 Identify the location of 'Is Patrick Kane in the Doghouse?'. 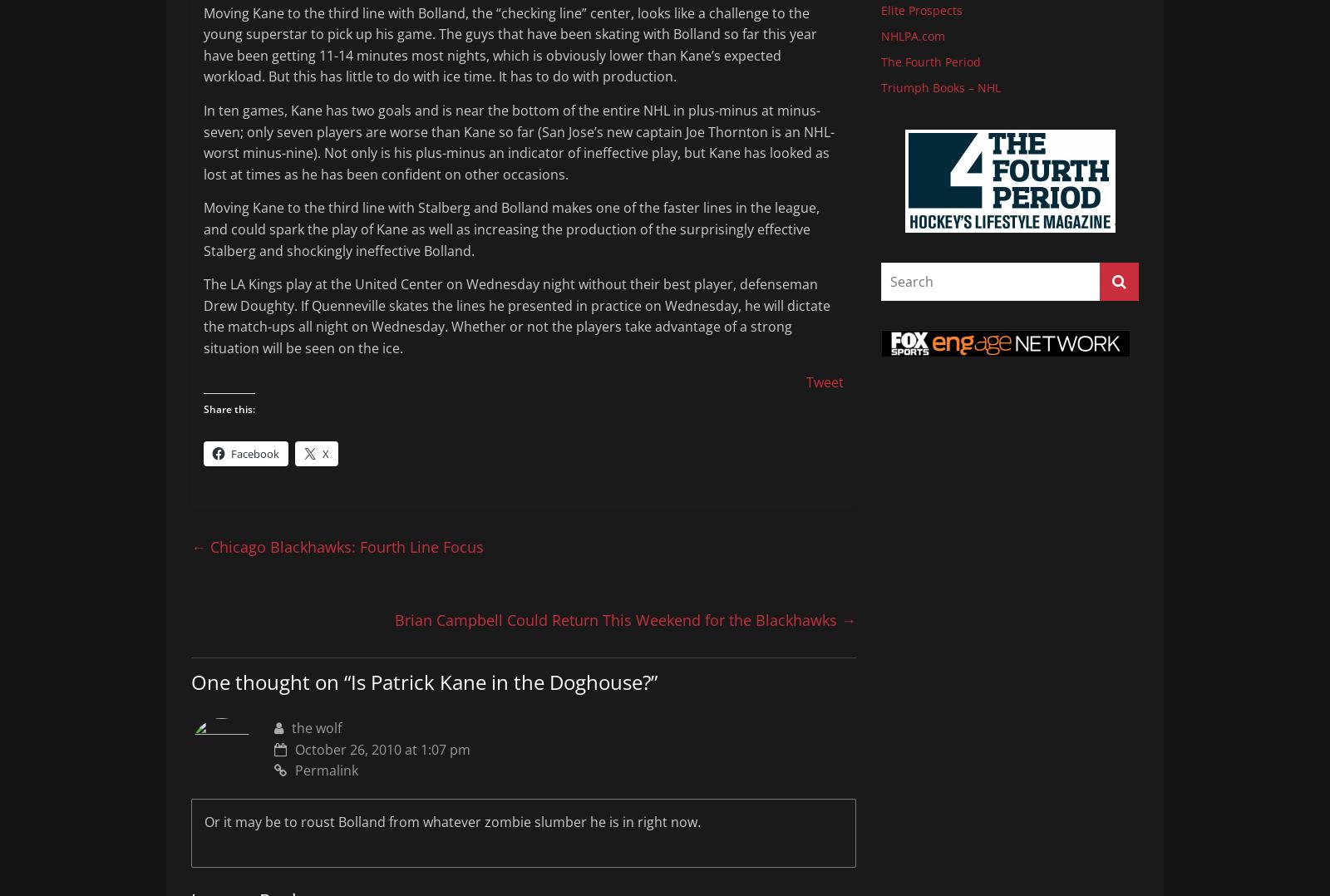
(349, 682).